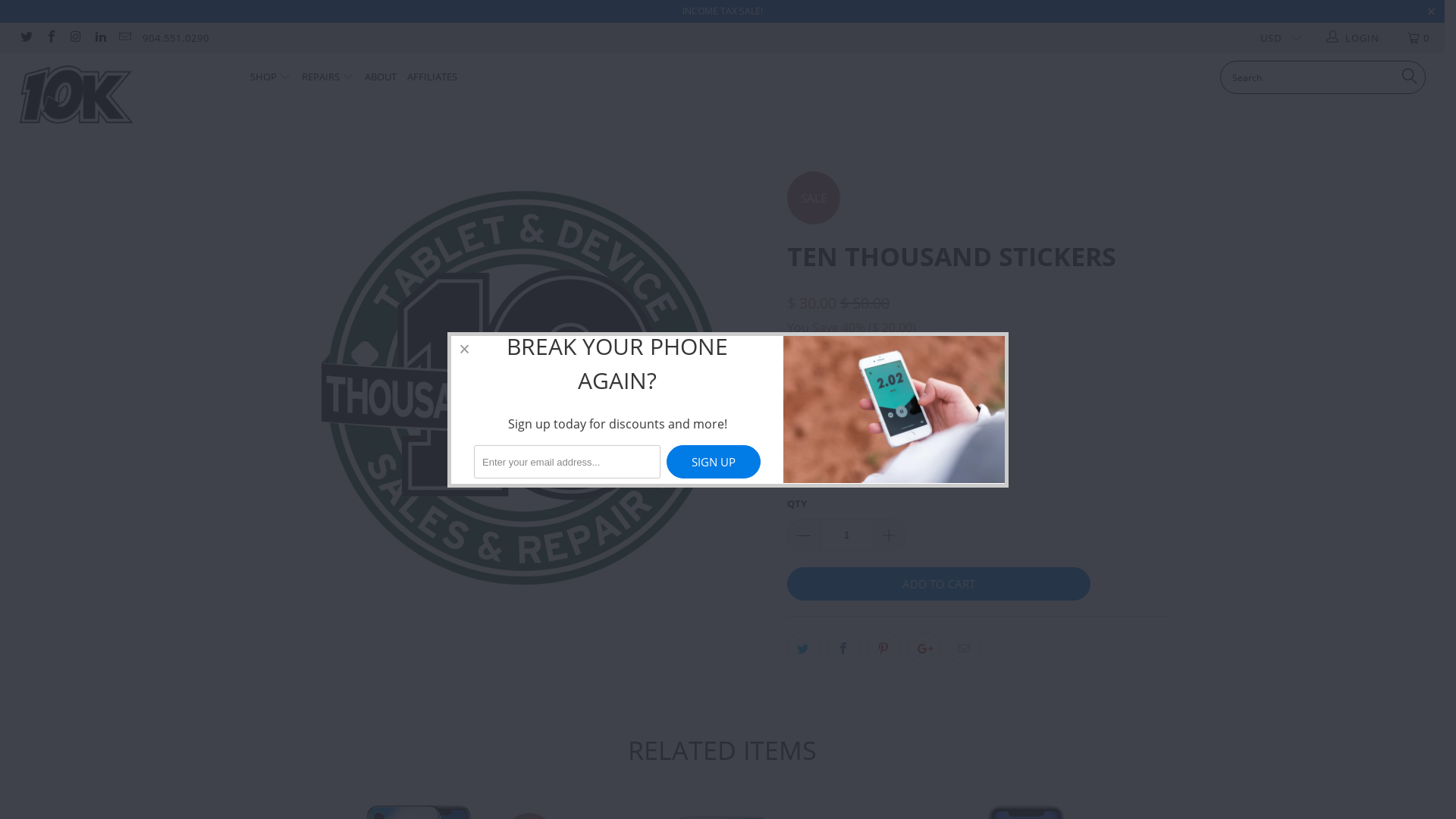 This screenshot has width=1456, height=819. Describe the element at coordinates (1353, 37) in the screenshot. I see `'LOGIN'` at that location.